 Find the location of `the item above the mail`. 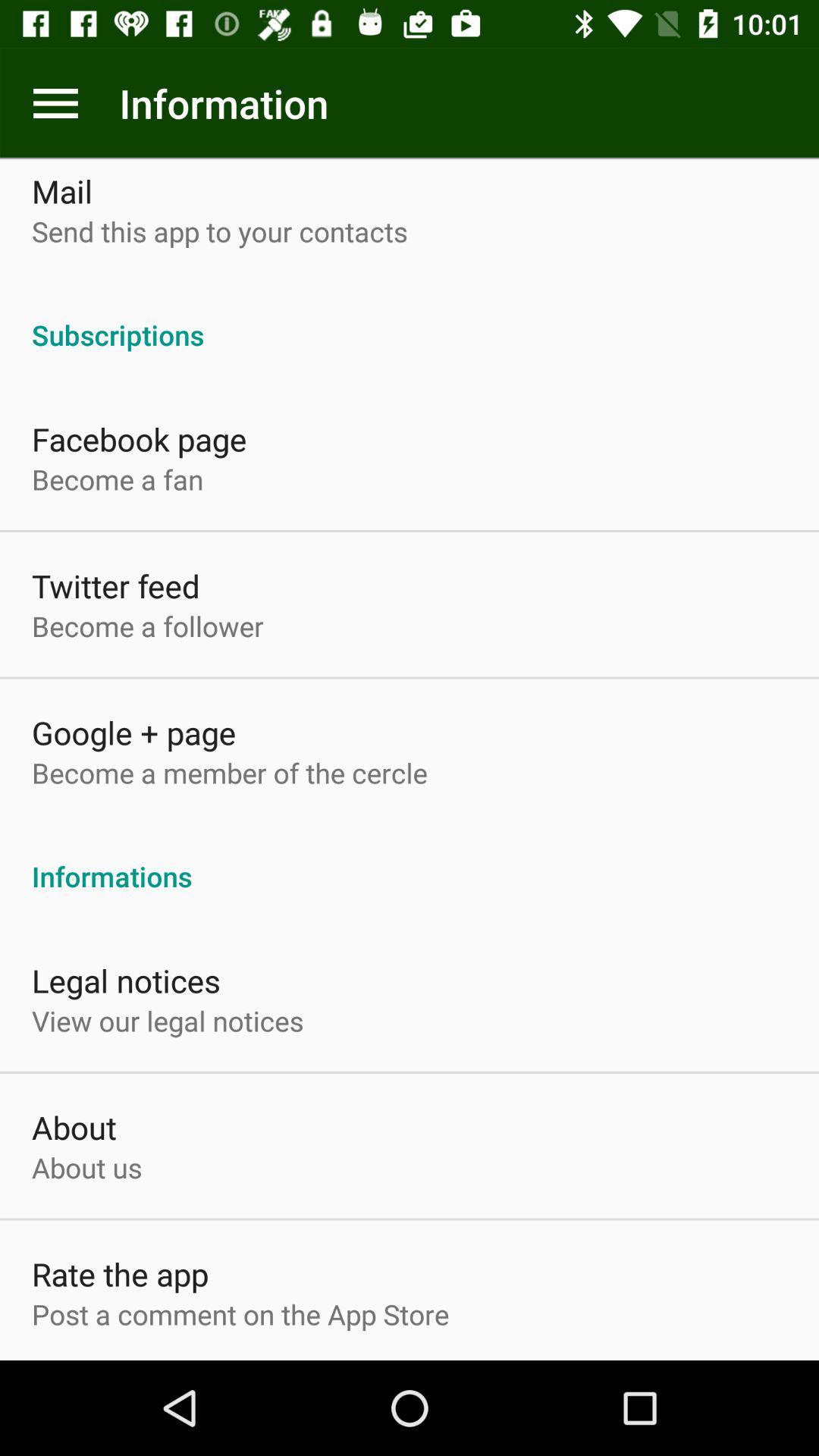

the item above the mail is located at coordinates (55, 102).